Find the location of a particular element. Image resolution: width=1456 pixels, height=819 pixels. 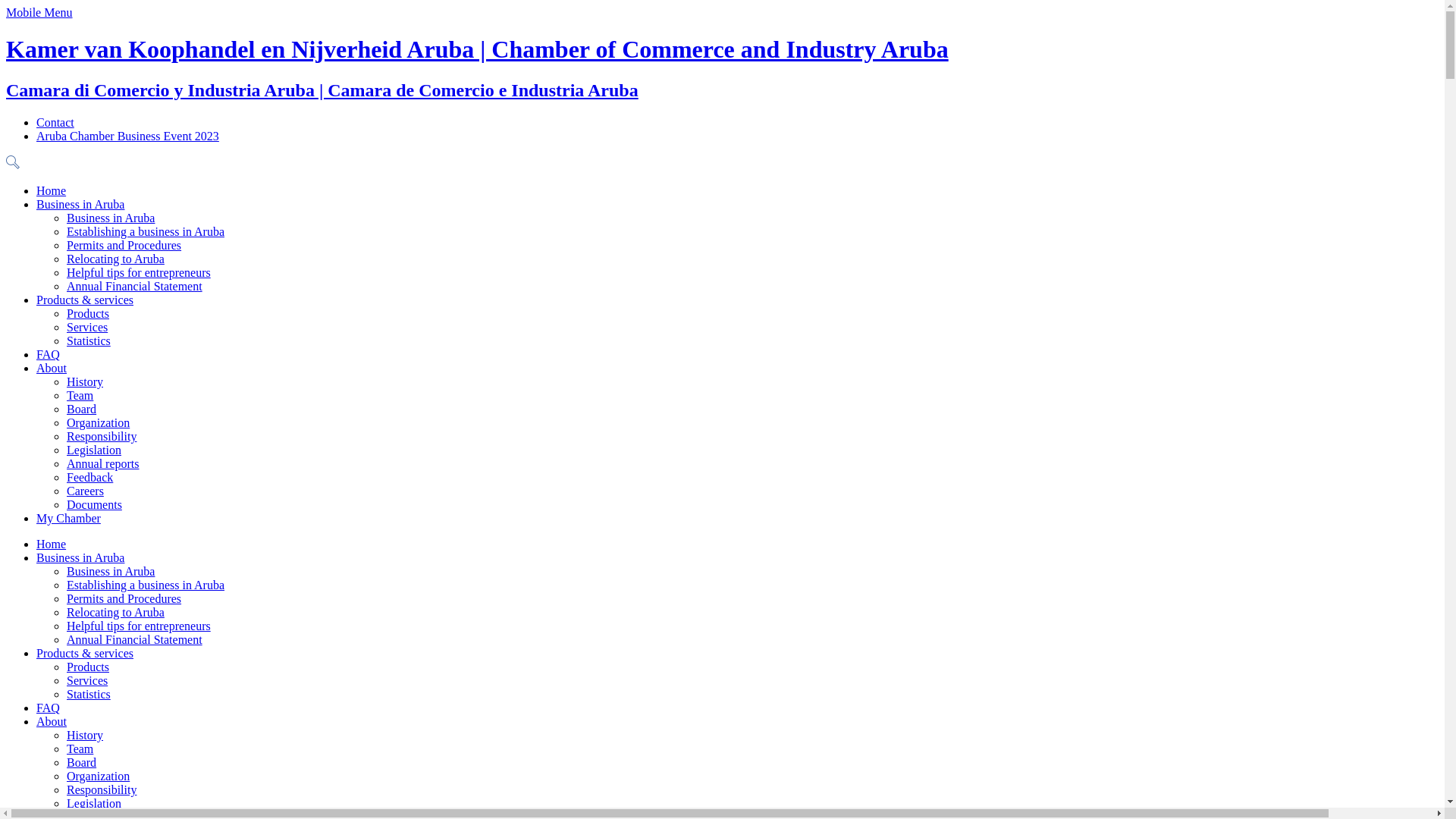

'Board' is located at coordinates (80, 408).